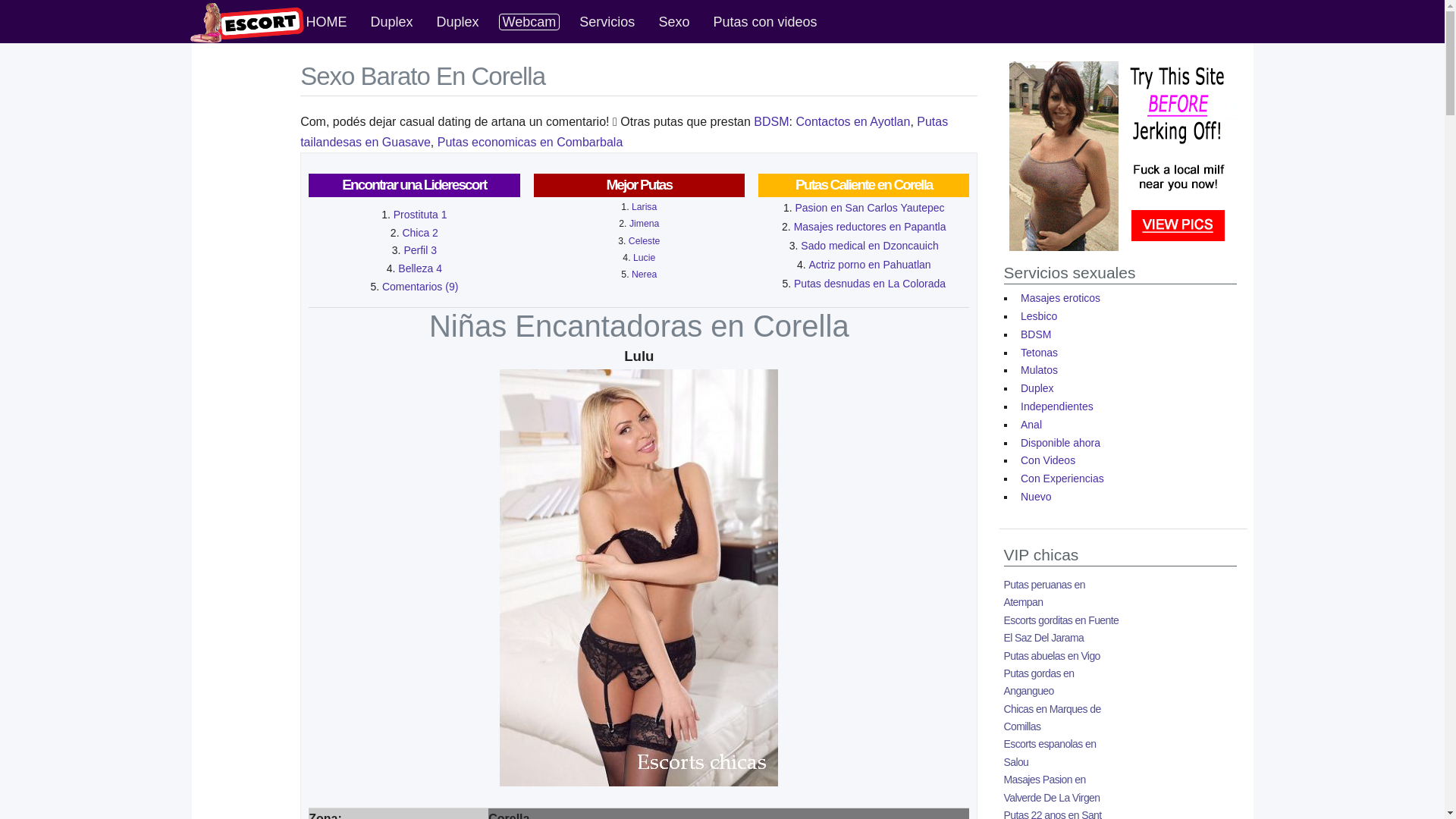 This screenshot has width=1456, height=819. What do you see at coordinates (419, 249) in the screenshot?
I see `'Perfil 3'` at bounding box center [419, 249].